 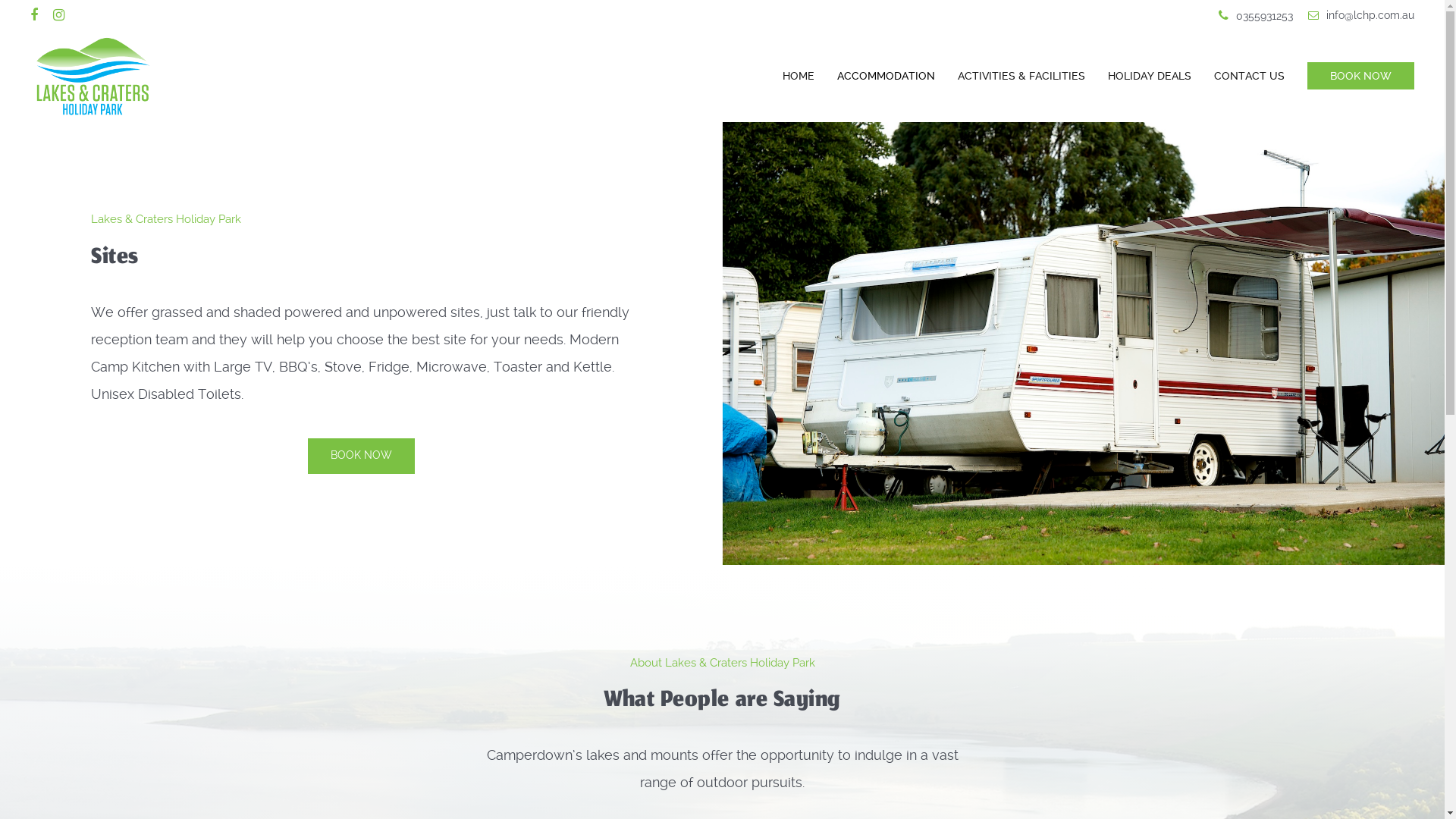 What do you see at coordinates (1096, 76) in the screenshot?
I see `'HOLIDAY DEALS'` at bounding box center [1096, 76].